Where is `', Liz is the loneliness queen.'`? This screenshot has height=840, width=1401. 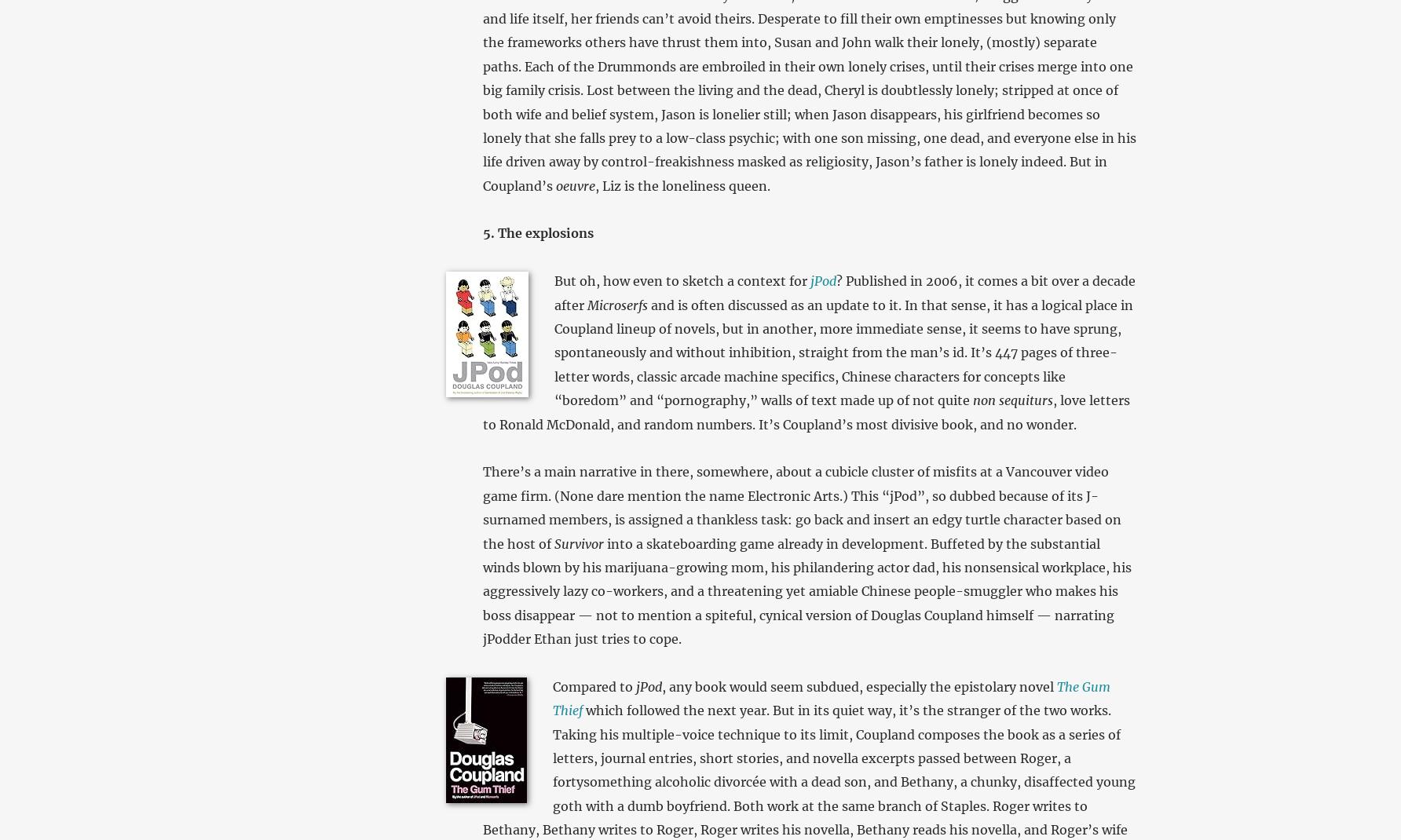 ', Liz is the loneliness queen.' is located at coordinates (681, 184).